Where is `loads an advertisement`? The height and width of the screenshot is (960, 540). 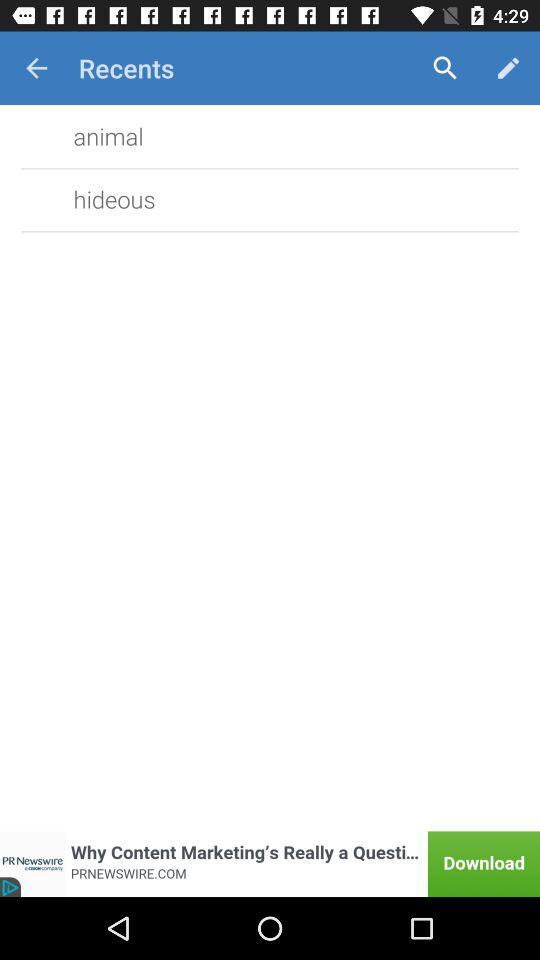 loads an advertisement is located at coordinates (270, 863).